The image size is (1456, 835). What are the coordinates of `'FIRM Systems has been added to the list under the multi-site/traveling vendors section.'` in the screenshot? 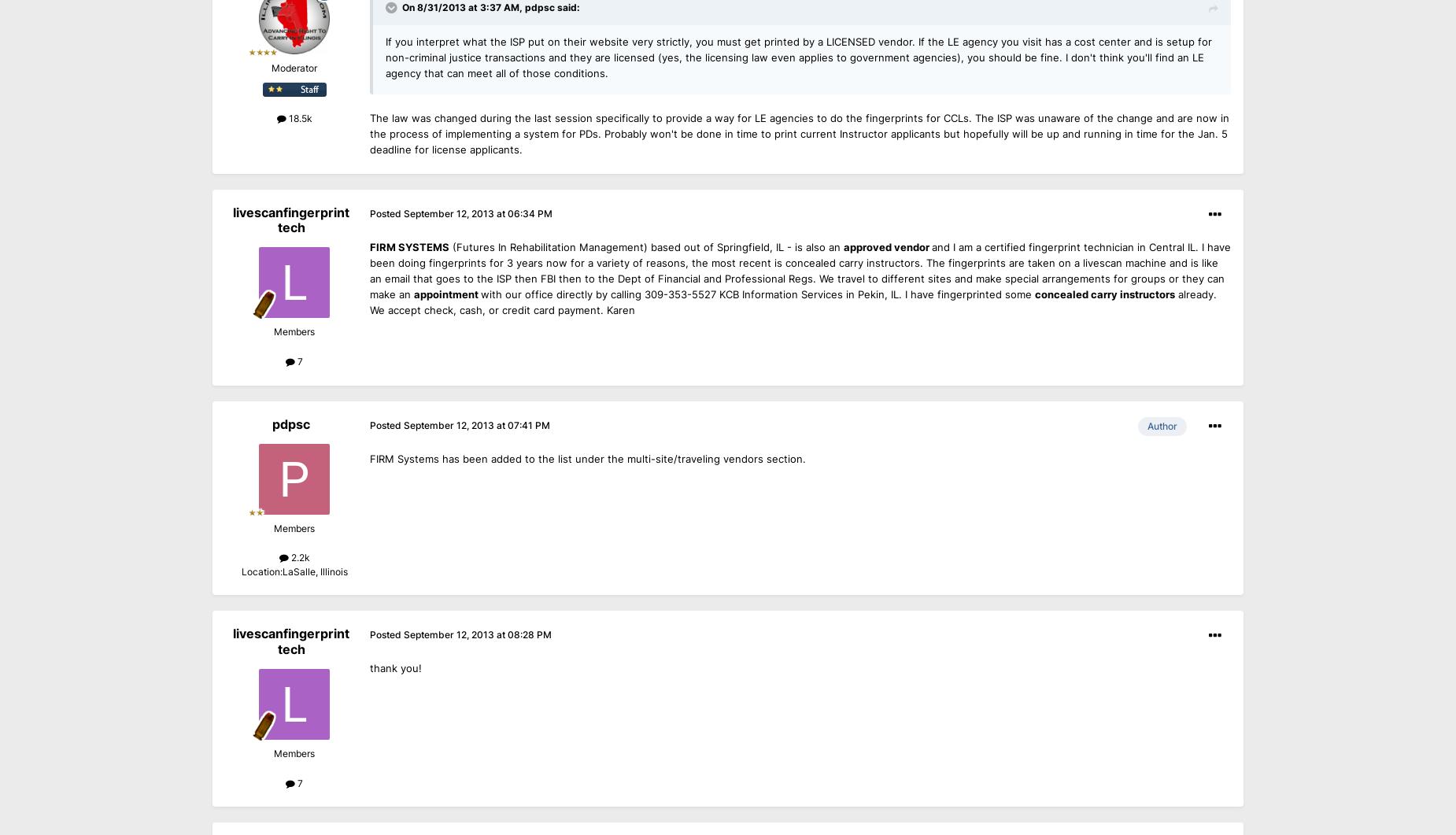 It's located at (370, 457).